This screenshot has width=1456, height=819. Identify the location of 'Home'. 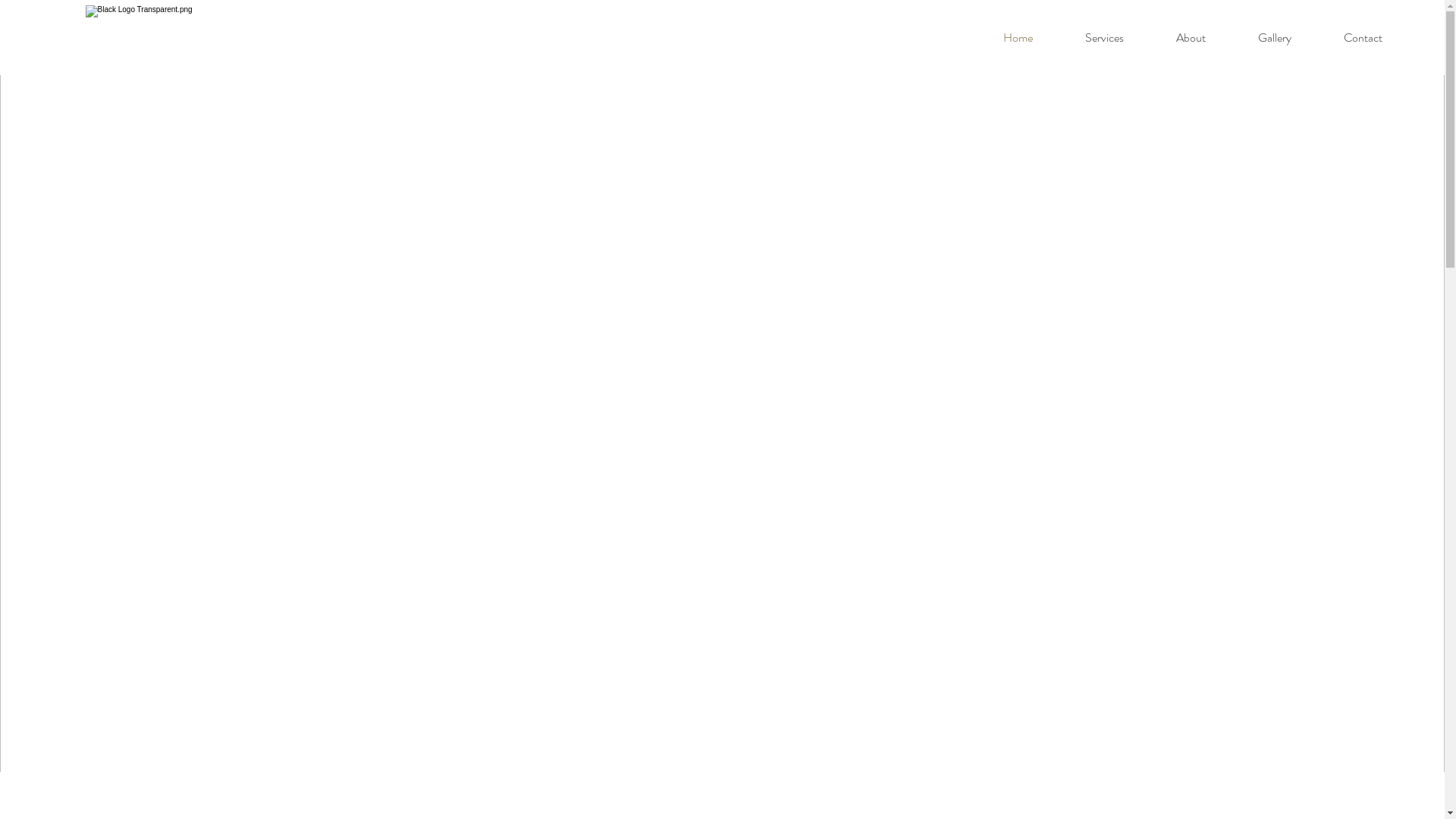
(1018, 37).